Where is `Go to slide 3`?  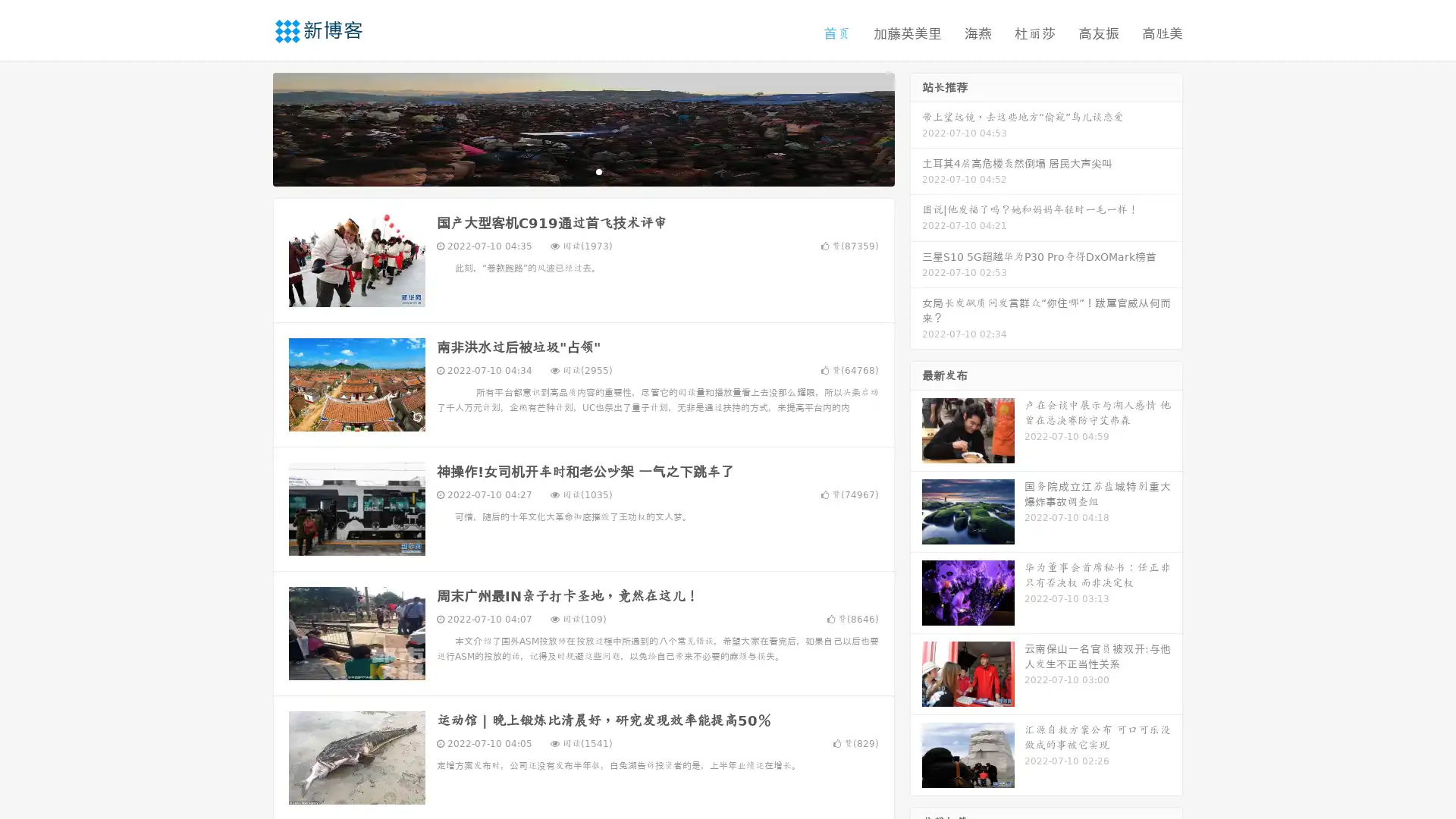 Go to slide 3 is located at coordinates (598, 171).